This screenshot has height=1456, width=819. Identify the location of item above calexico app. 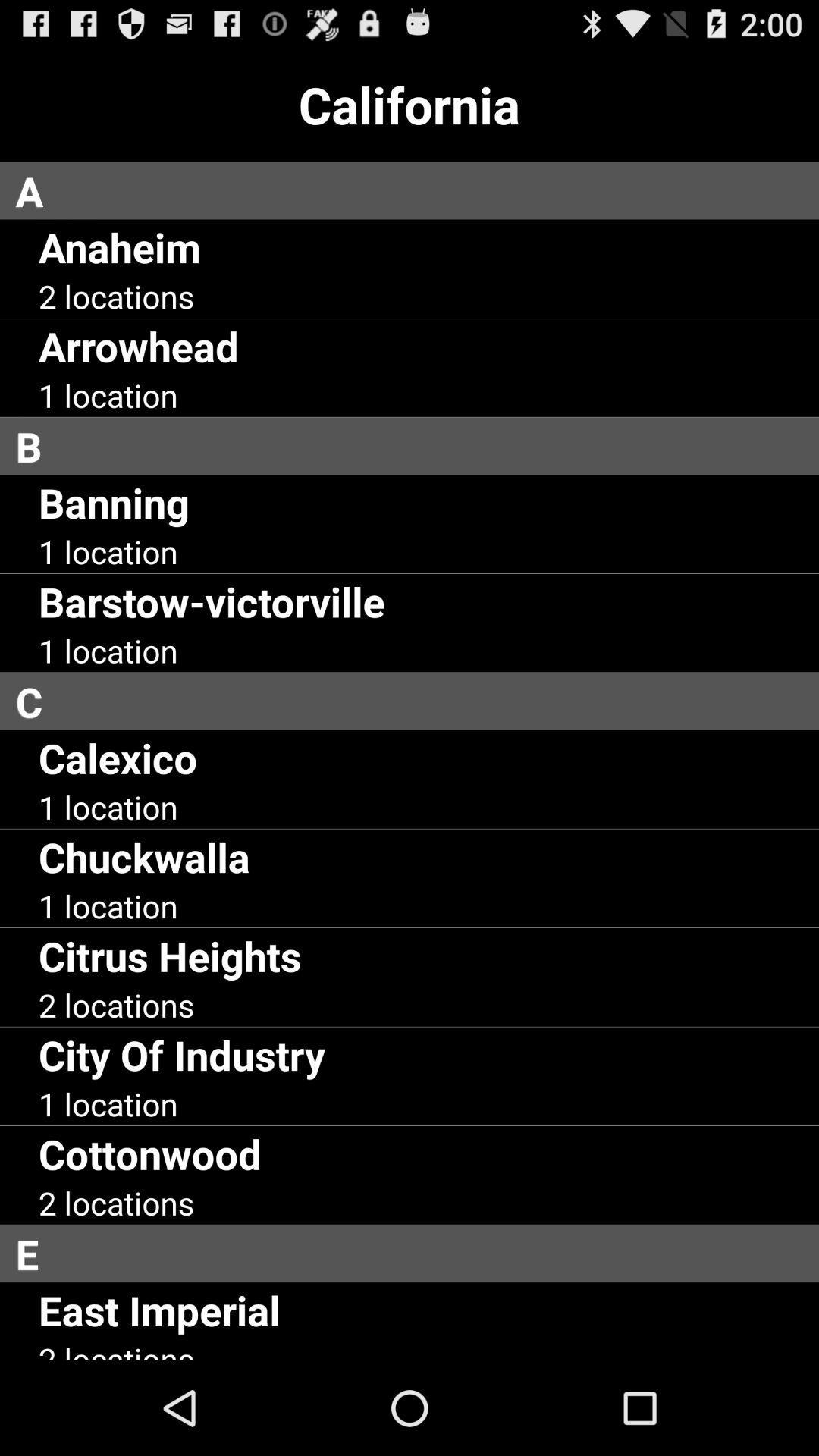
(417, 701).